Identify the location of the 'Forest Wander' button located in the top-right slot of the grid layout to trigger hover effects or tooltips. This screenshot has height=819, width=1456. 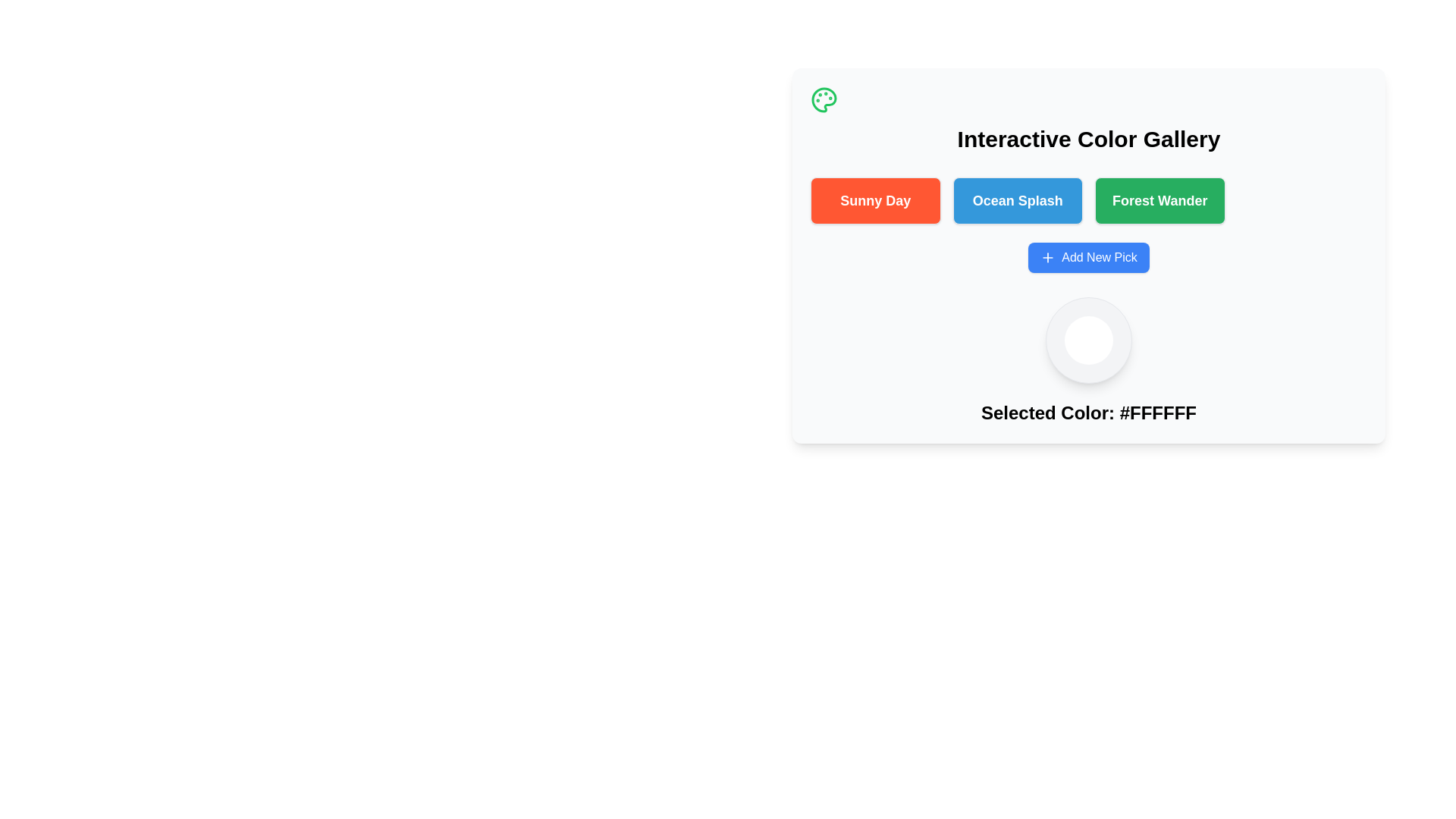
(1159, 200).